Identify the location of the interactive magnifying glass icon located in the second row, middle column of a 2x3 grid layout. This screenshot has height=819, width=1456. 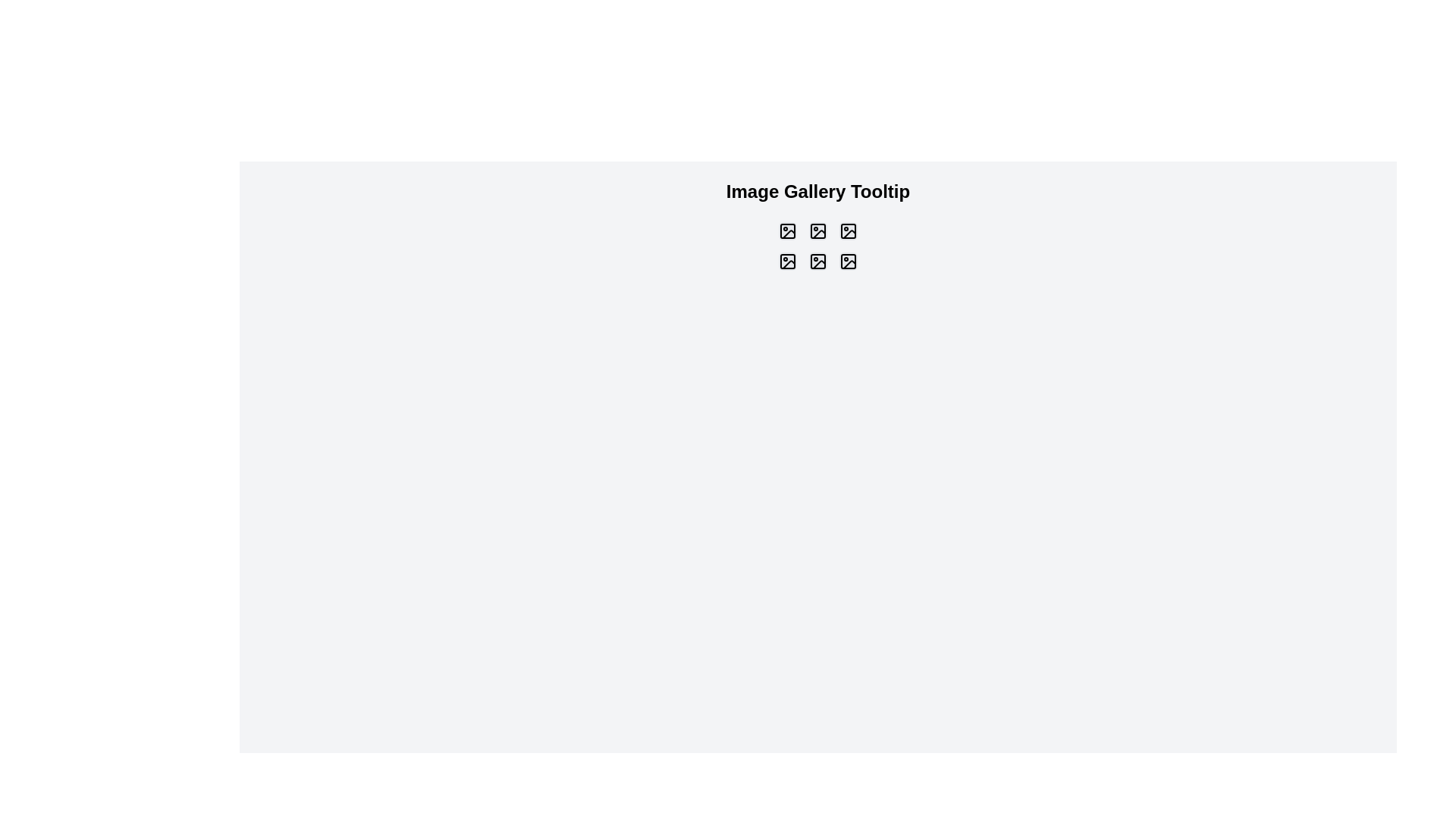
(817, 260).